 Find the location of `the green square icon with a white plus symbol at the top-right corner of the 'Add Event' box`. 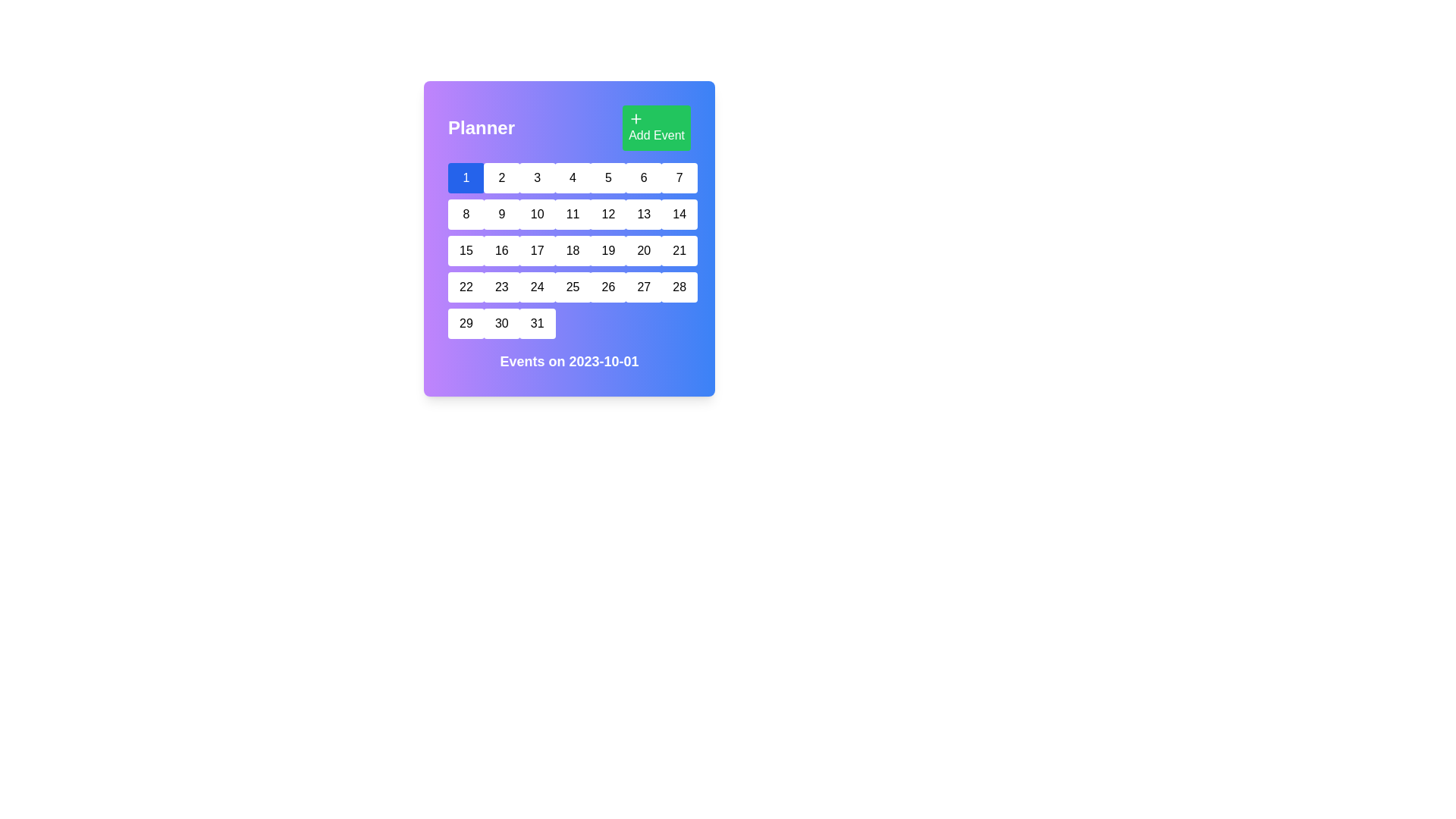

the green square icon with a white plus symbol at the top-right corner of the 'Add Event' box is located at coordinates (636, 118).